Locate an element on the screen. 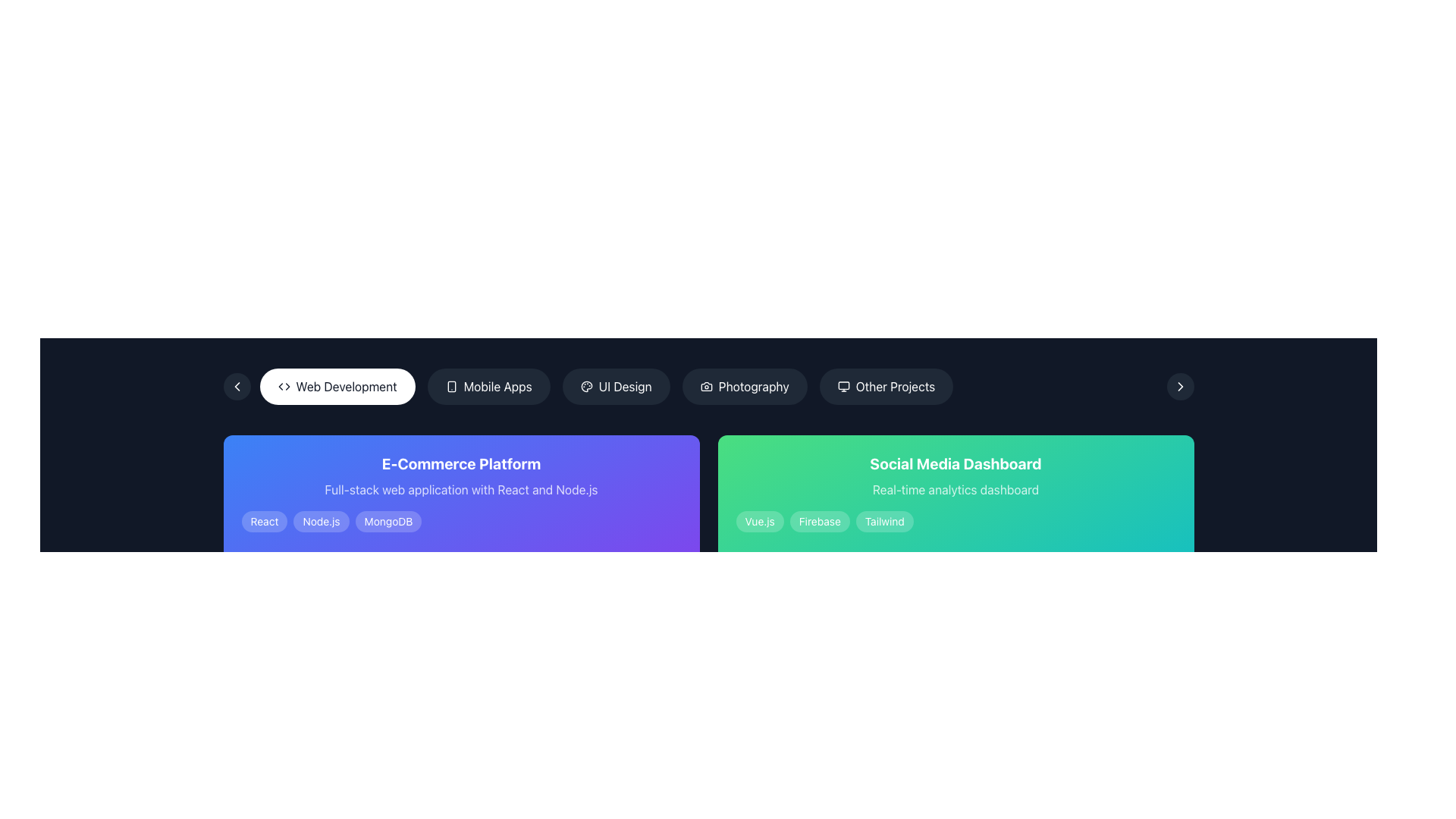 This screenshot has width=1456, height=819. the decorative icon representing the 'Web Development' category in the navigation menu, which is located at the leftmost position of the menu is located at coordinates (284, 385).